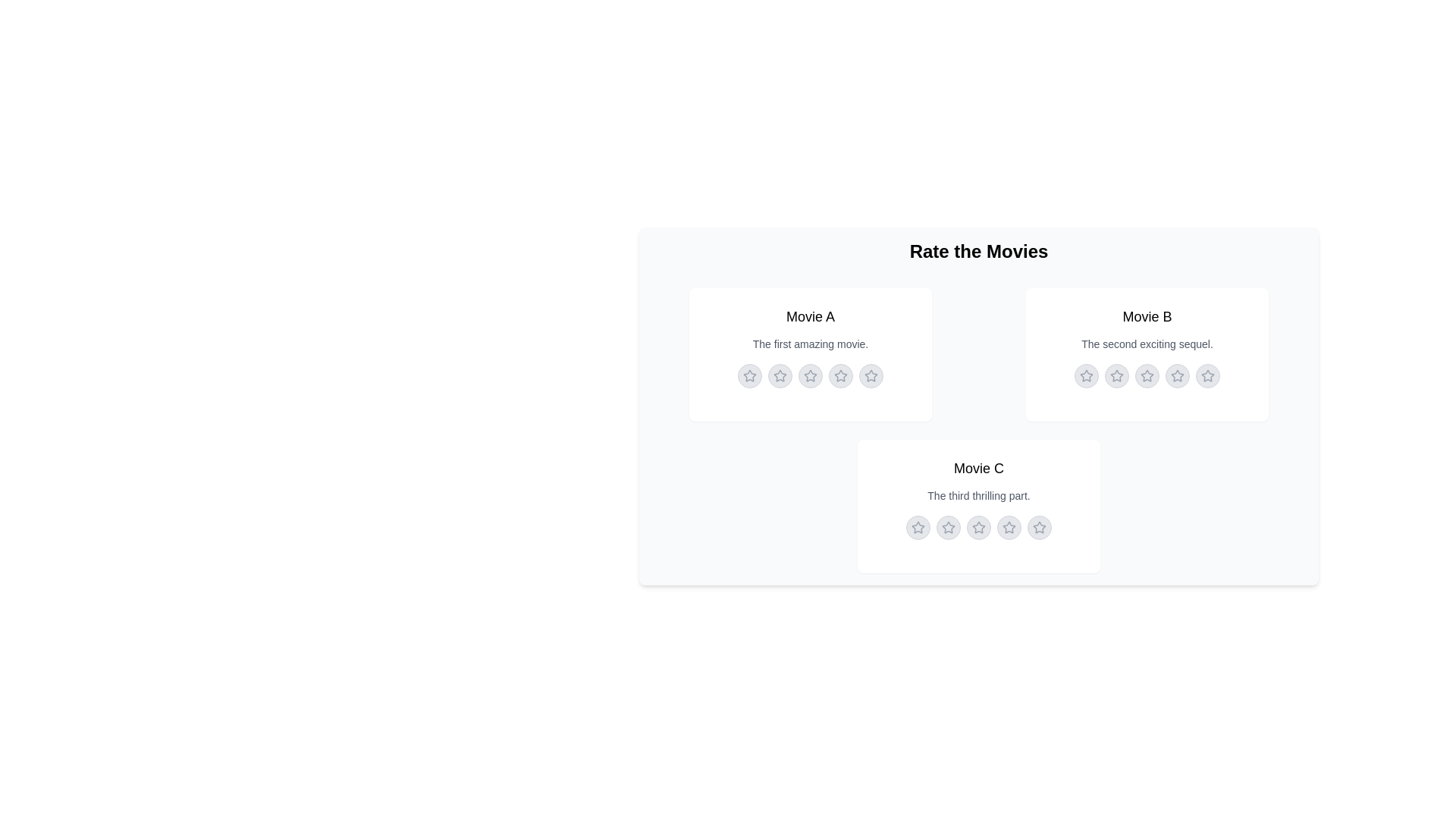  Describe the element at coordinates (948, 526) in the screenshot. I see `the first star icon in the horizontal row of five stars located under the 'Movie C' section in the 'Rate the Movies' interface` at that location.